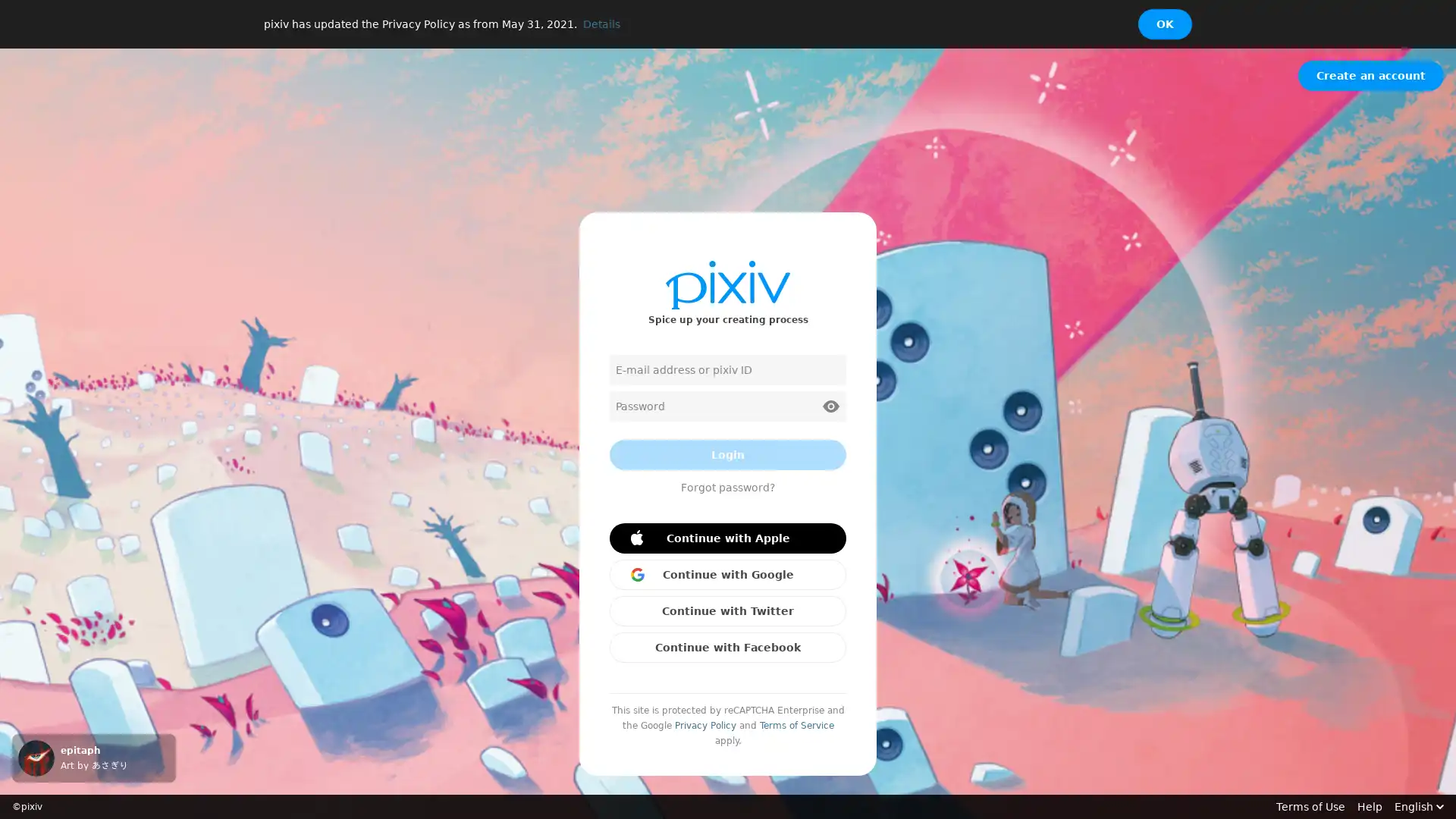  Describe the element at coordinates (728, 610) in the screenshot. I see `Continue with Twitter` at that location.